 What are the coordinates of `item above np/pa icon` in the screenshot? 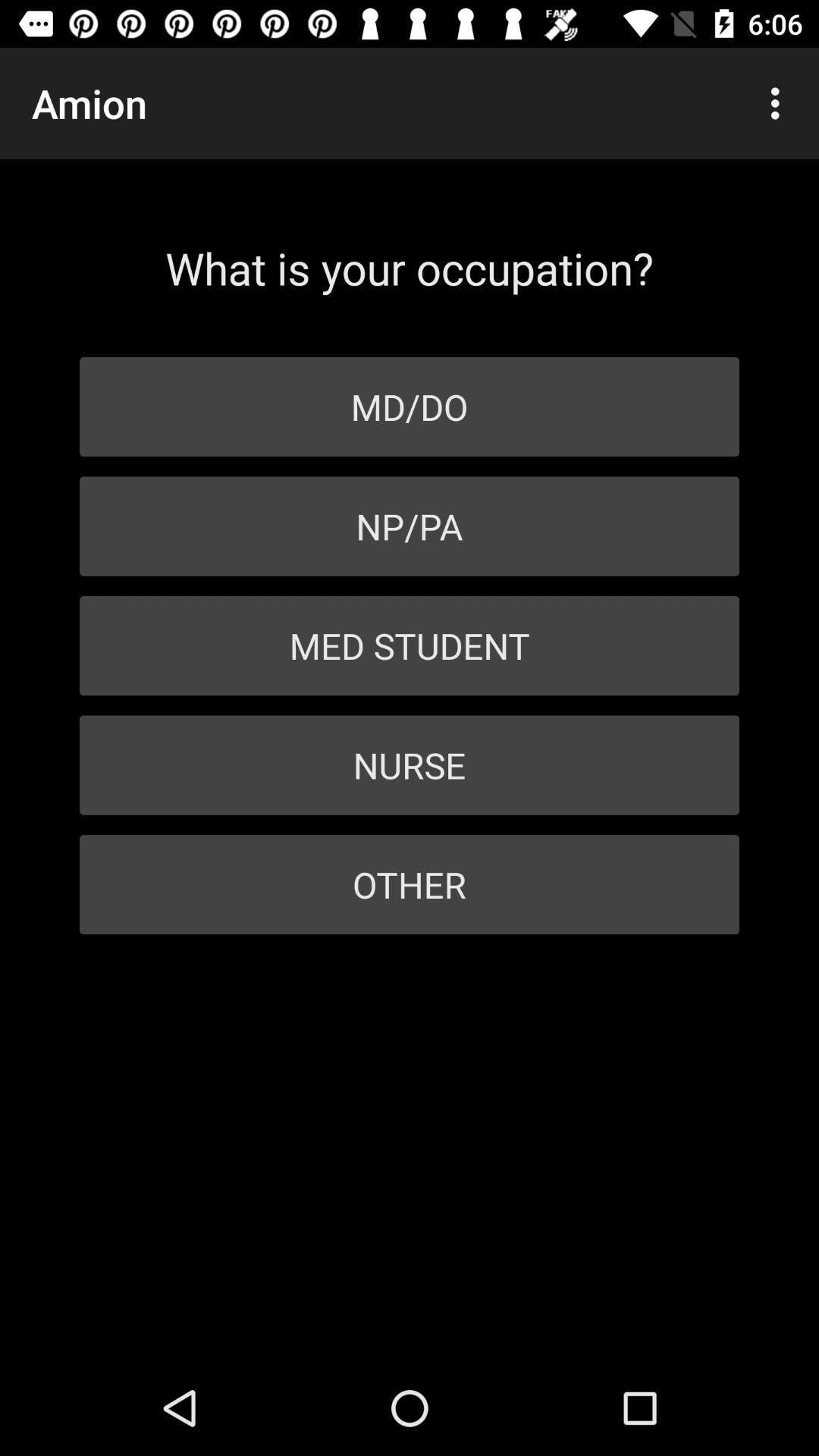 It's located at (409, 406).